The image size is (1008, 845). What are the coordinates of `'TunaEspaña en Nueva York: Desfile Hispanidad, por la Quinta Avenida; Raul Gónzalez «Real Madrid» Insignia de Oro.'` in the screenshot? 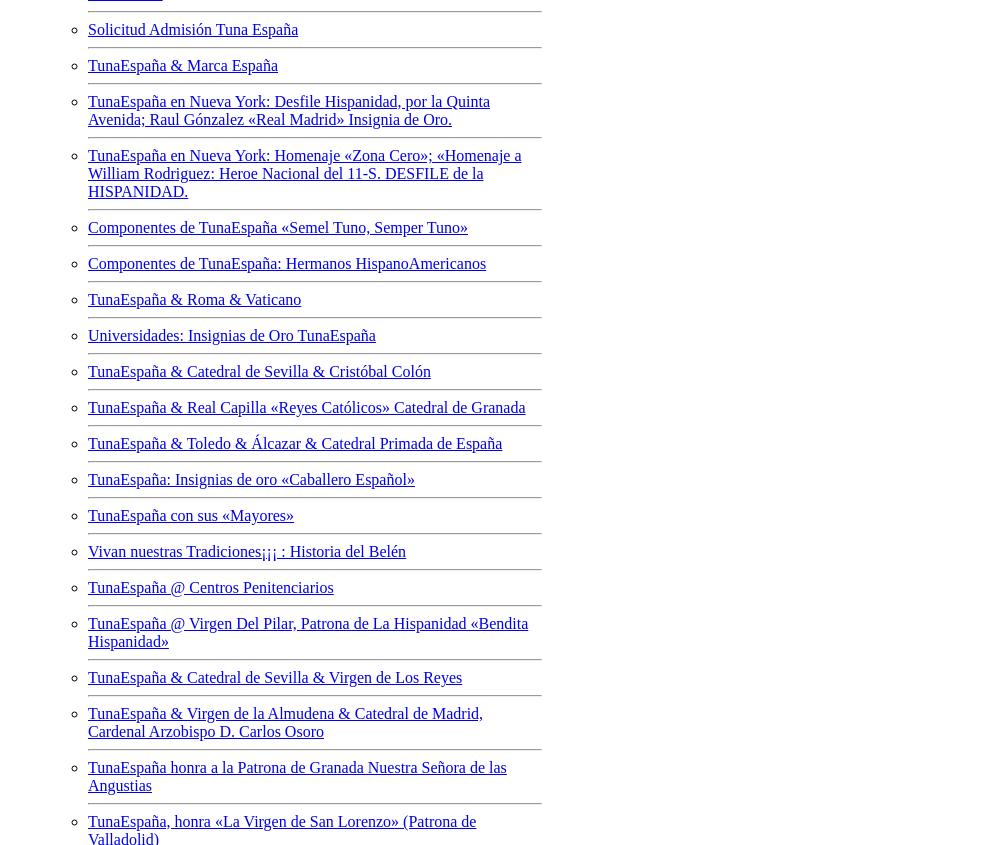 It's located at (288, 109).